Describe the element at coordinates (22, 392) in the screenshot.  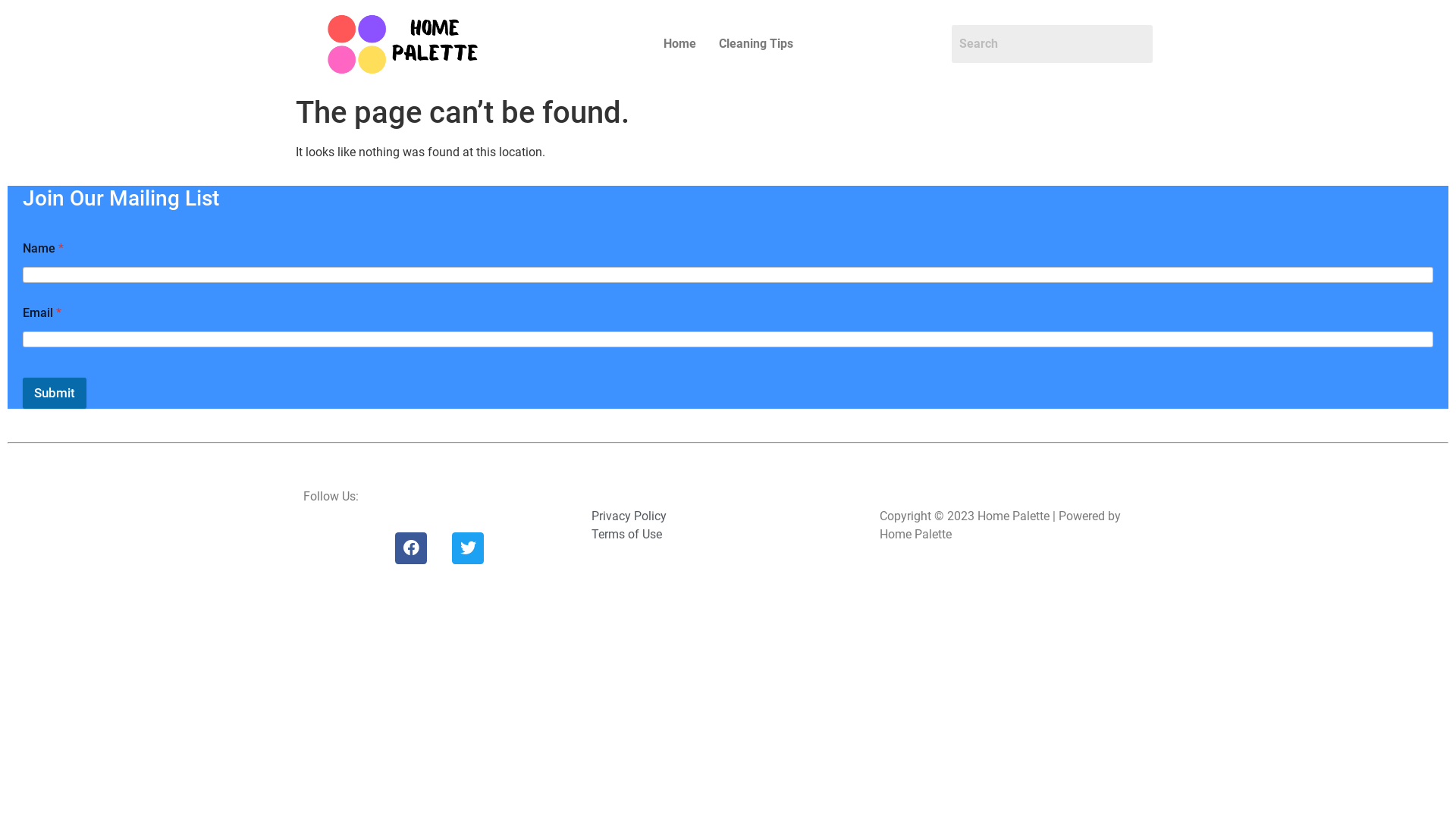
I see `'Submit'` at that location.